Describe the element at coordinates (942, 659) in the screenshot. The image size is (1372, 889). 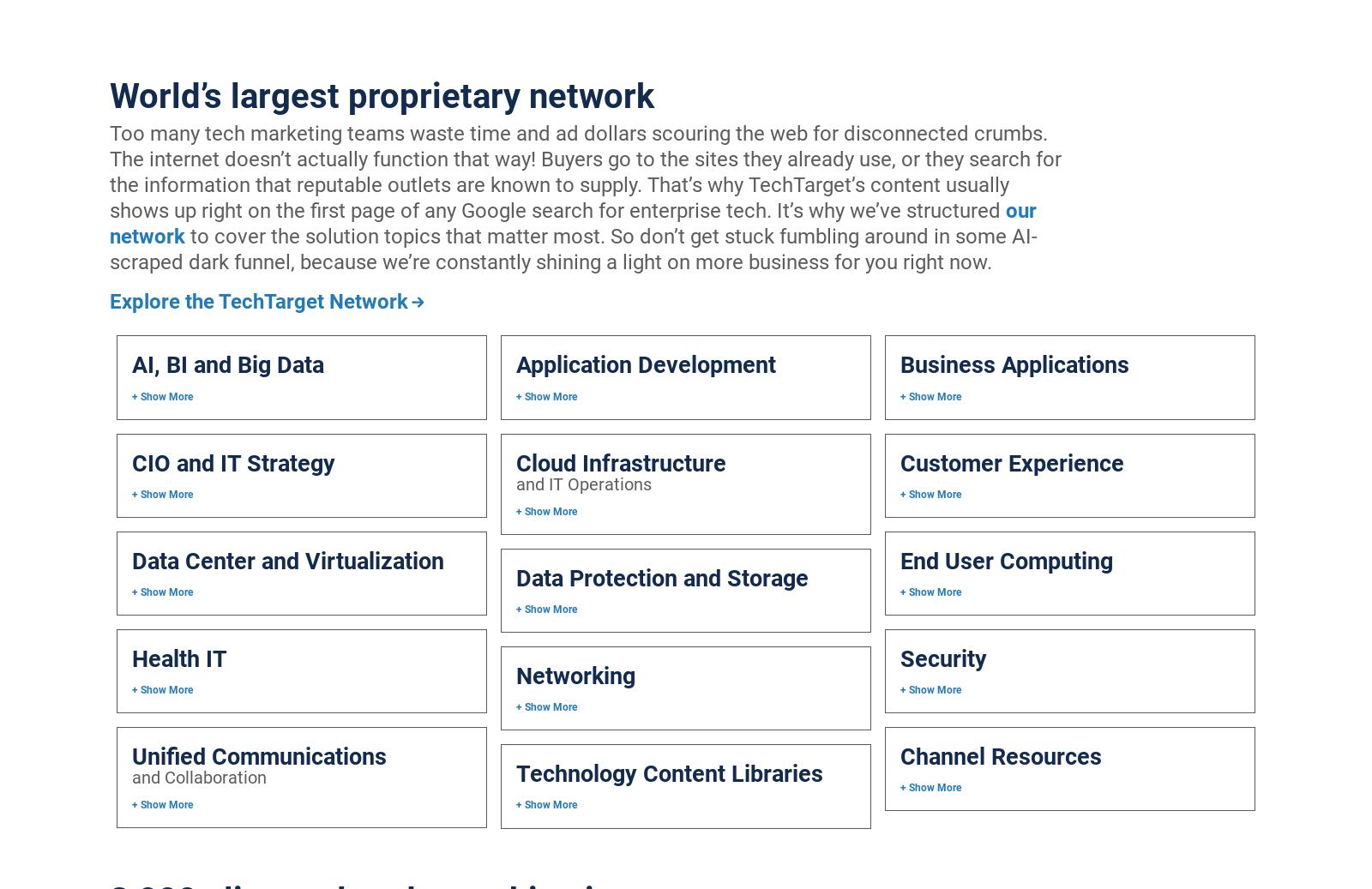
I see `'Security'` at that location.